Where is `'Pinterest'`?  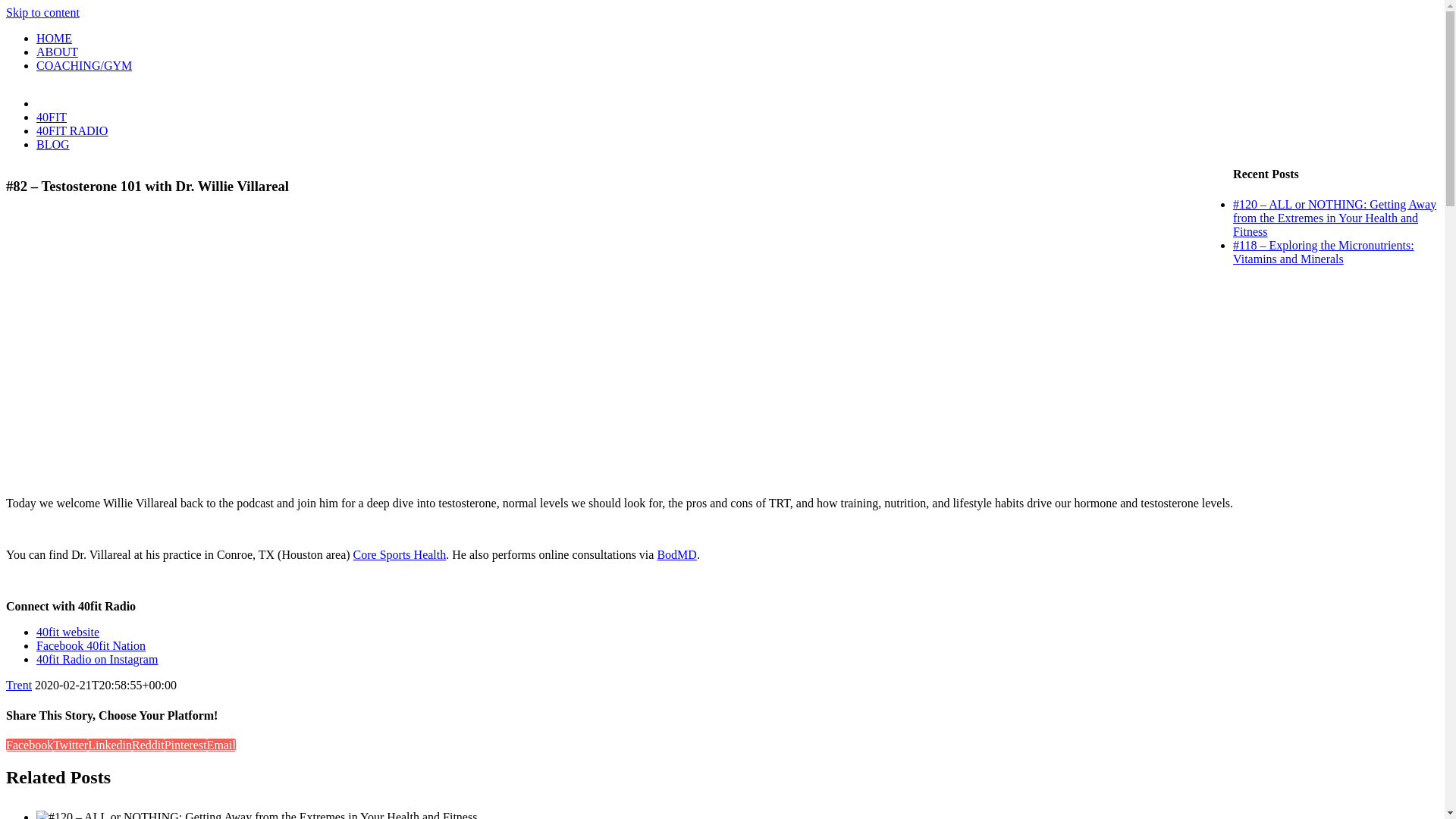 'Pinterest' is located at coordinates (184, 744).